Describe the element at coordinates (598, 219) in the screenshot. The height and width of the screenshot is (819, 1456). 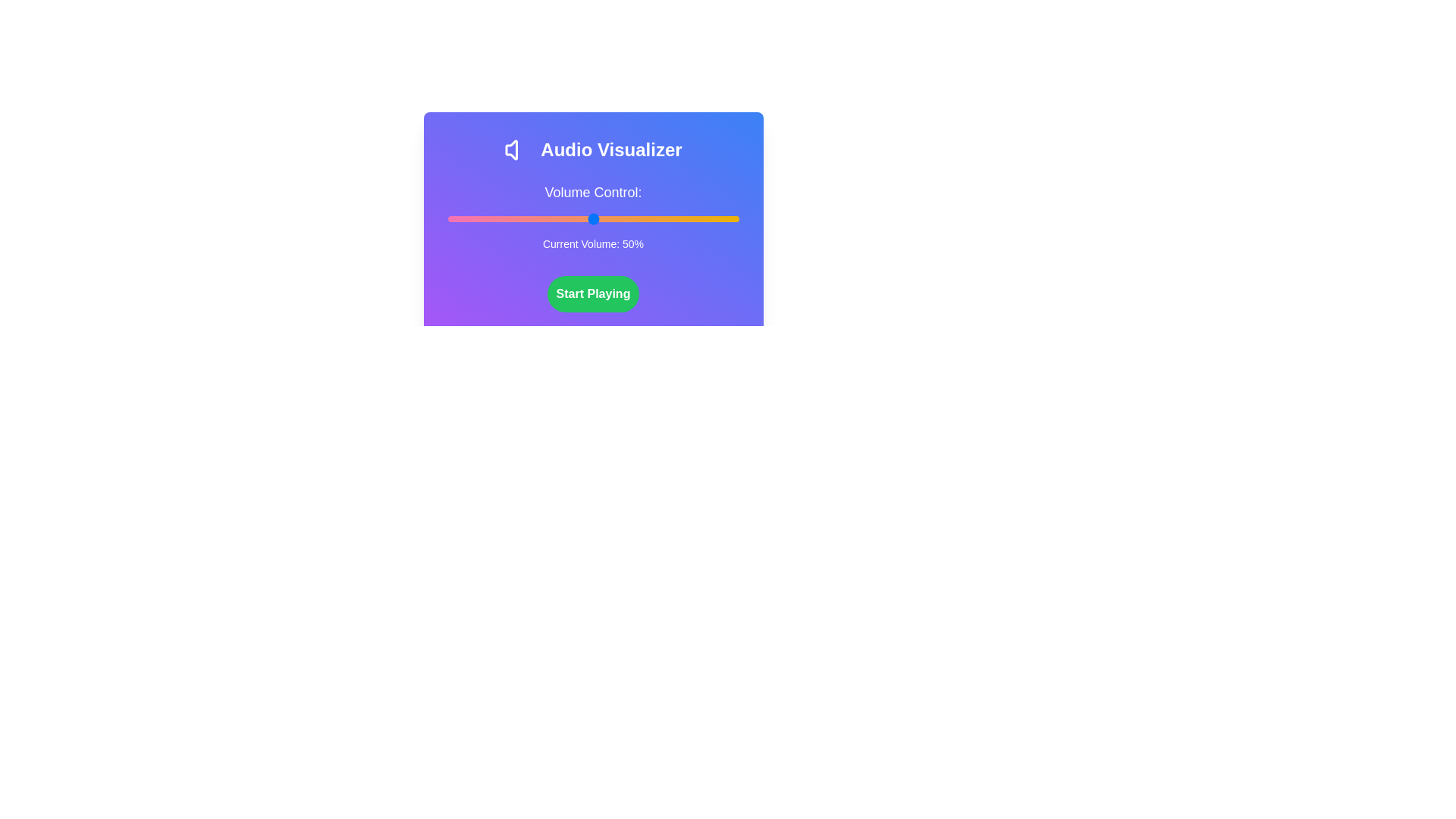
I see `the volume level` at that location.